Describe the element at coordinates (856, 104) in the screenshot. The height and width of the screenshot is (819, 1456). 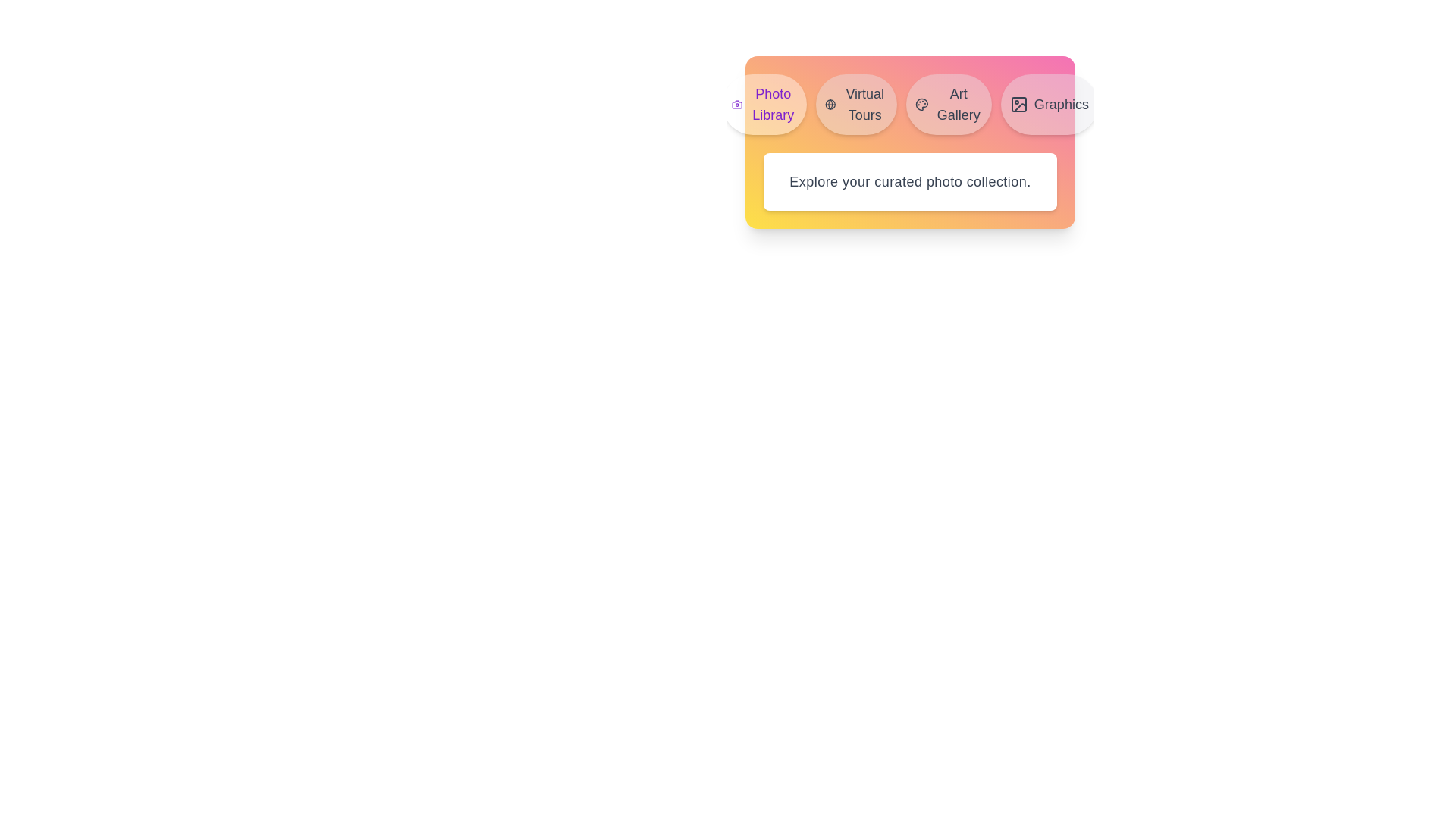
I see `the tab labeled Virtual Tours in the MediaLibraryTabs component` at that location.